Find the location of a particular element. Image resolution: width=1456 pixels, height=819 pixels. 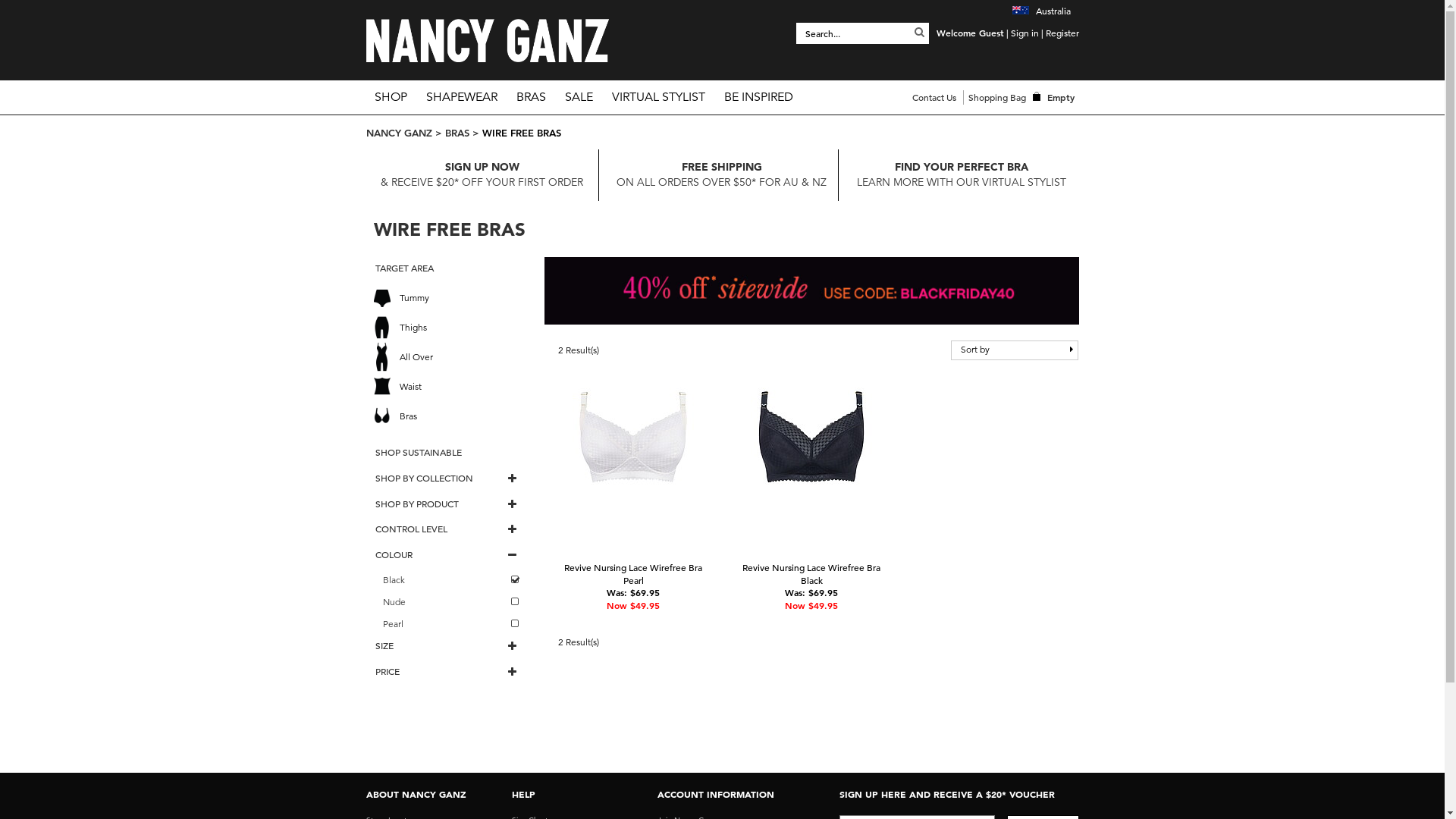

'Waist' is located at coordinates (450, 385).